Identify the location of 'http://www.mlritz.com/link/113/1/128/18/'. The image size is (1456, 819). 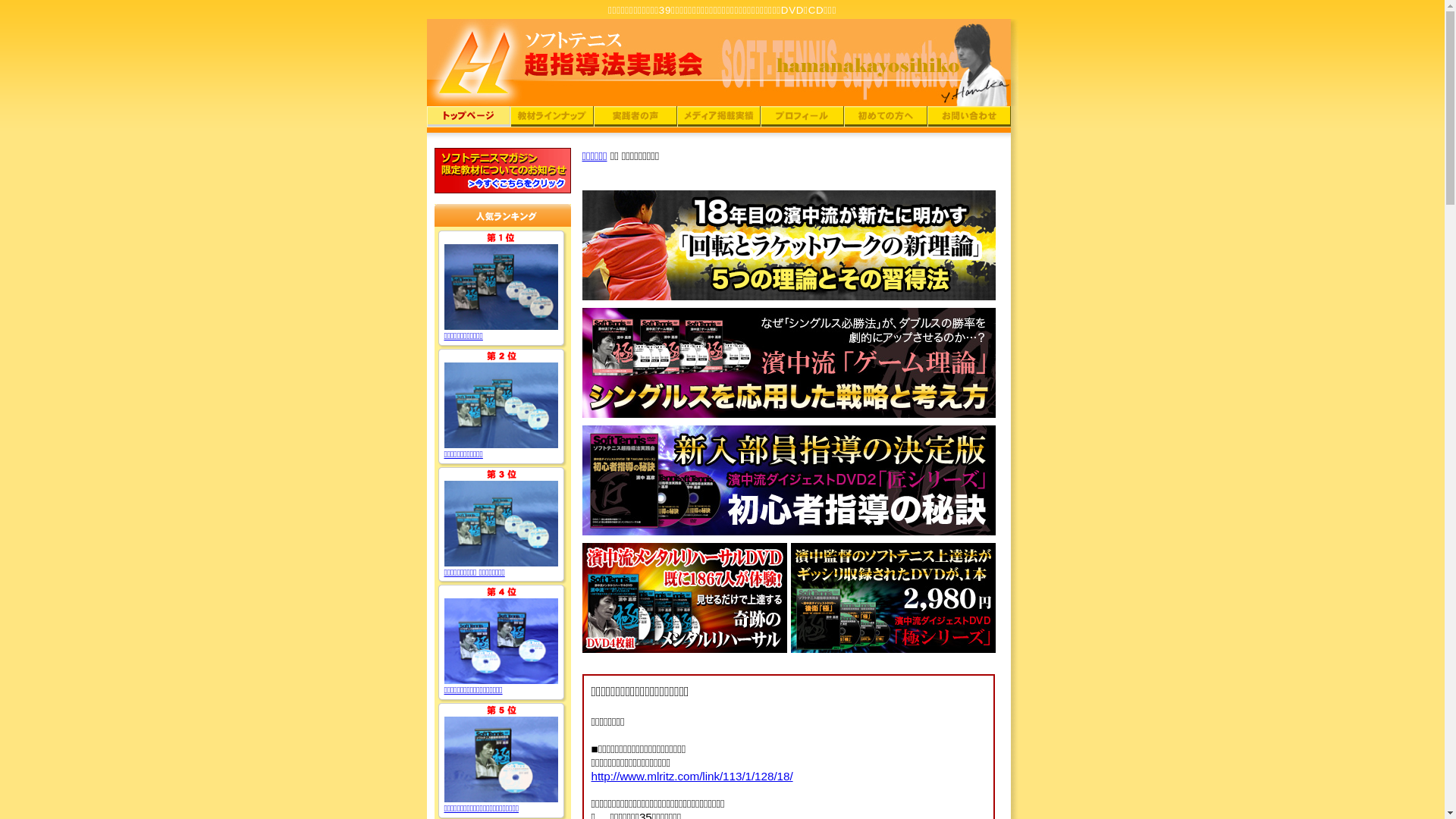
(691, 776).